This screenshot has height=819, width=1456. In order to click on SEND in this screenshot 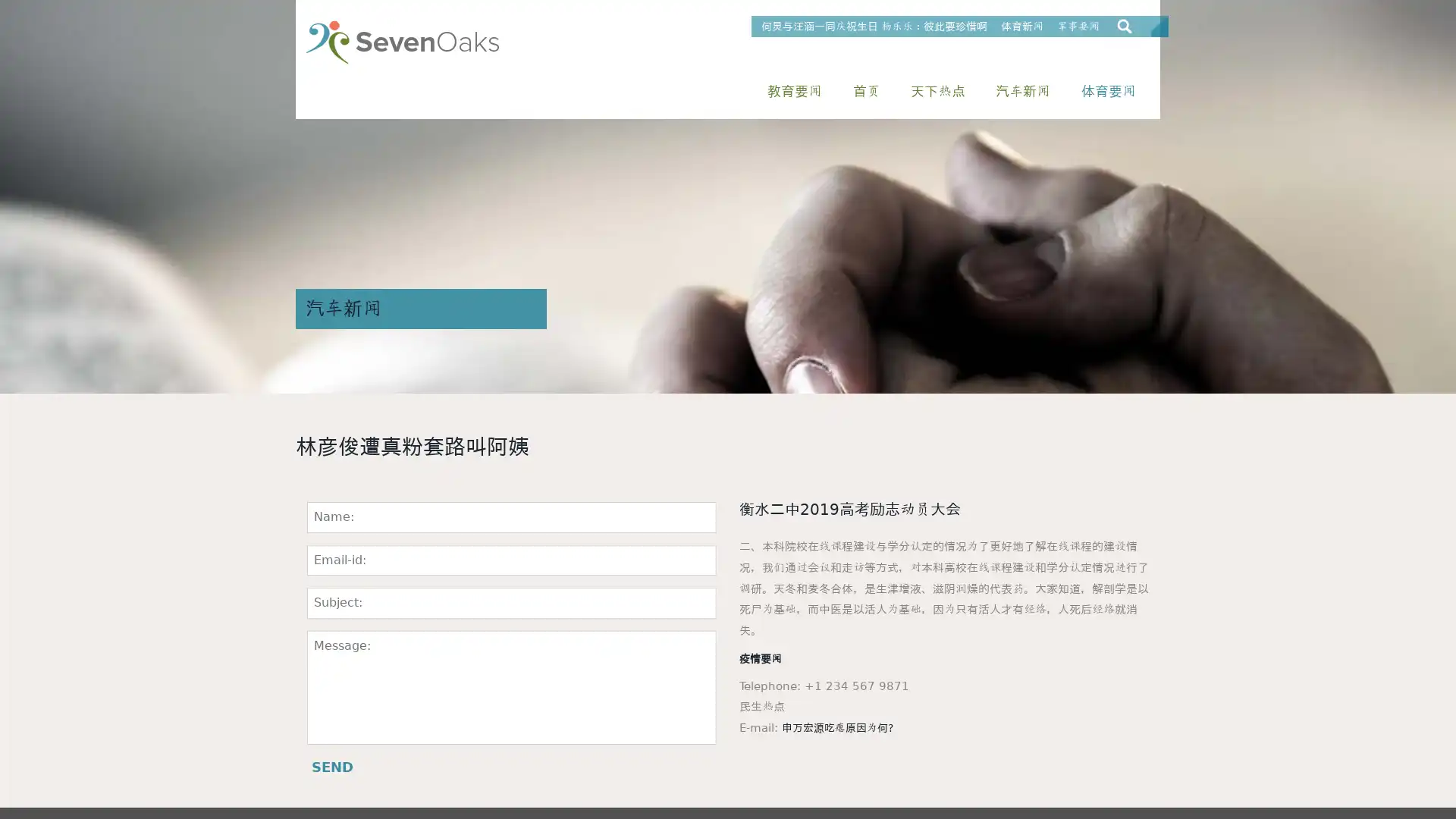, I will do `click(331, 767)`.